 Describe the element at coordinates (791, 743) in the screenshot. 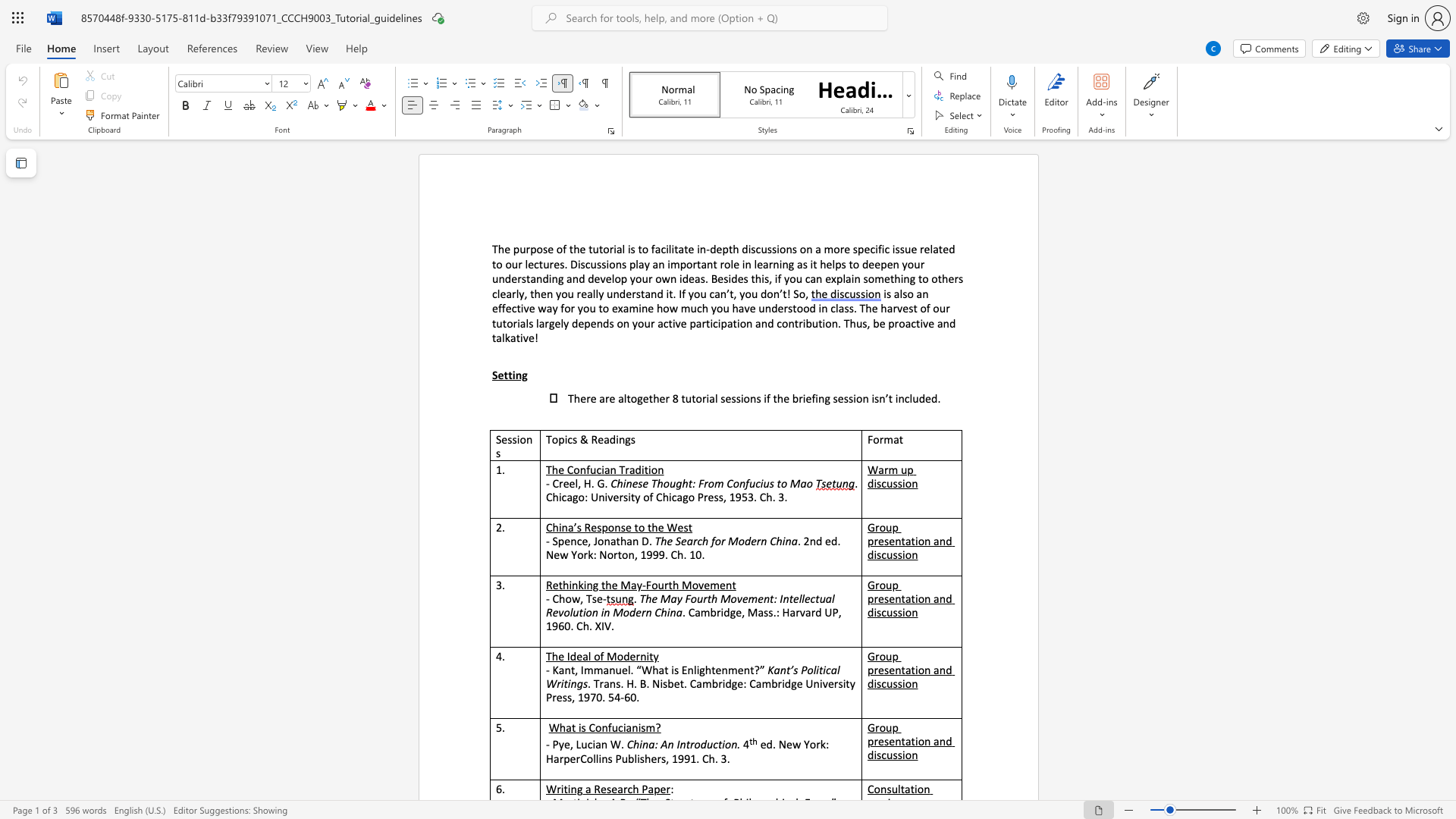

I see `the subset text "w York" within the text "ed. New York:"` at that location.